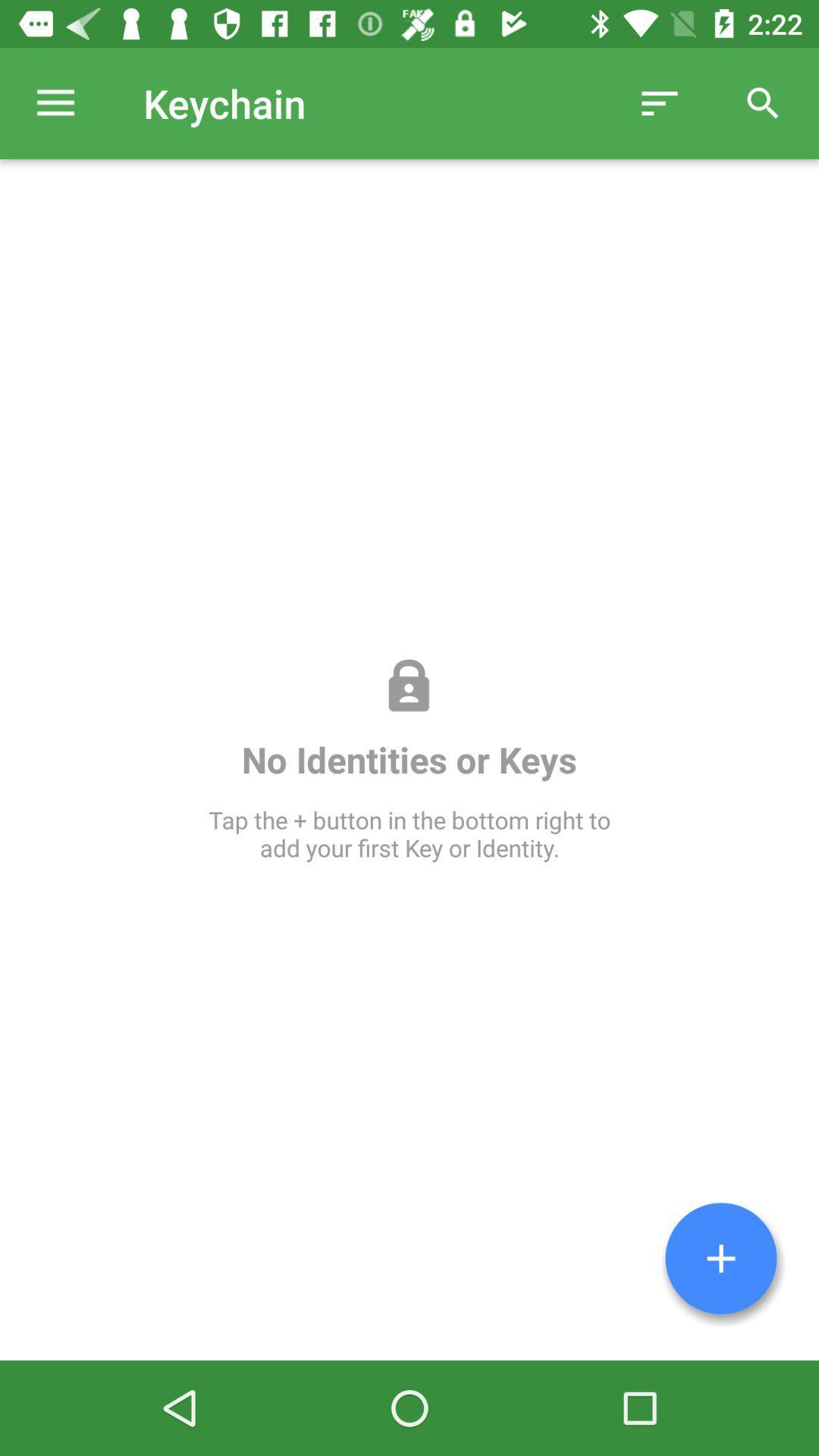  Describe the element at coordinates (720, 1258) in the screenshot. I see `icon` at that location.